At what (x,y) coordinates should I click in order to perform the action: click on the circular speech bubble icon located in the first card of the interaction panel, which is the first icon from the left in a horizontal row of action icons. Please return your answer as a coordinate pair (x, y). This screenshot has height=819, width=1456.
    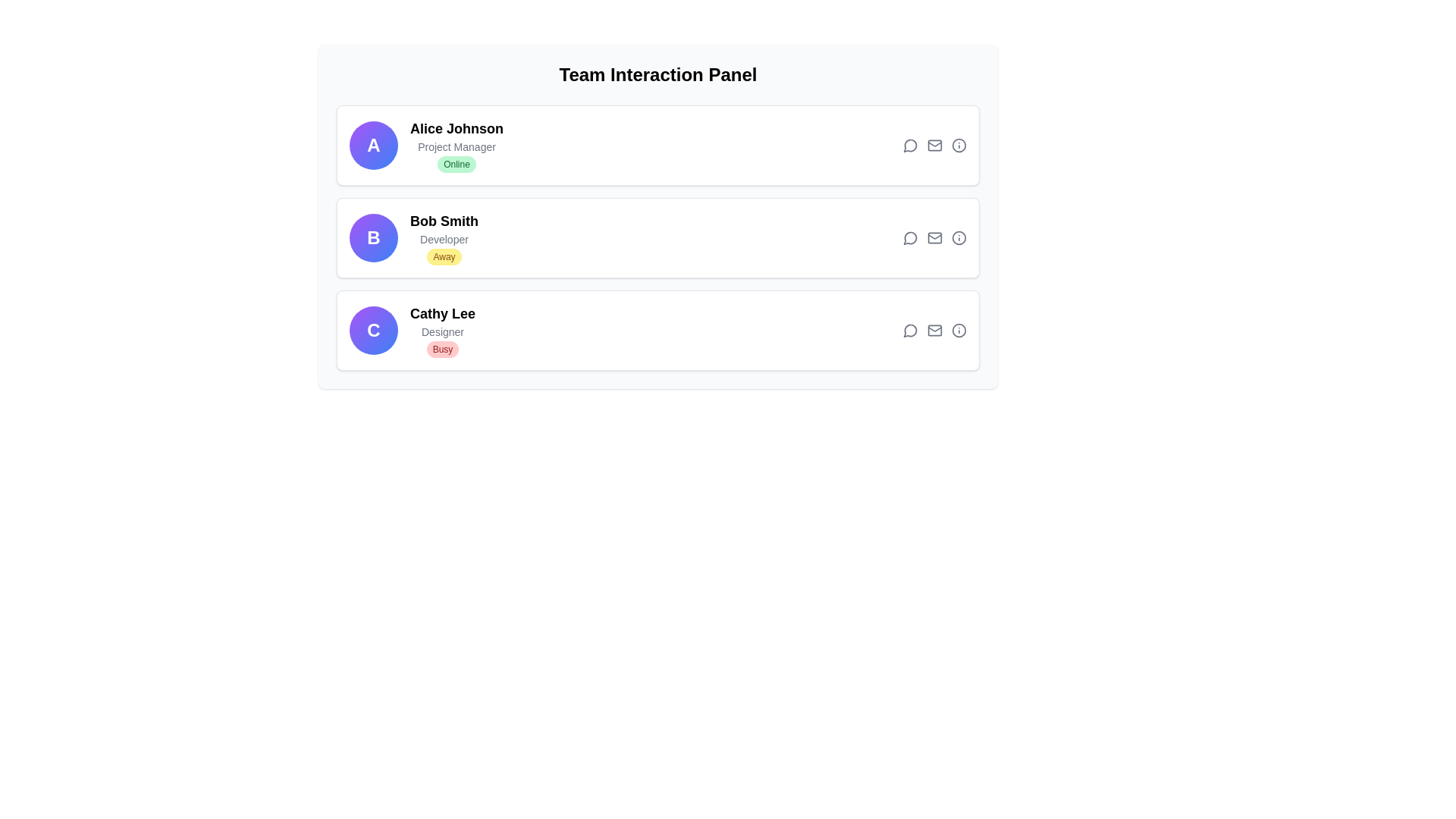
    Looking at the image, I should click on (910, 146).